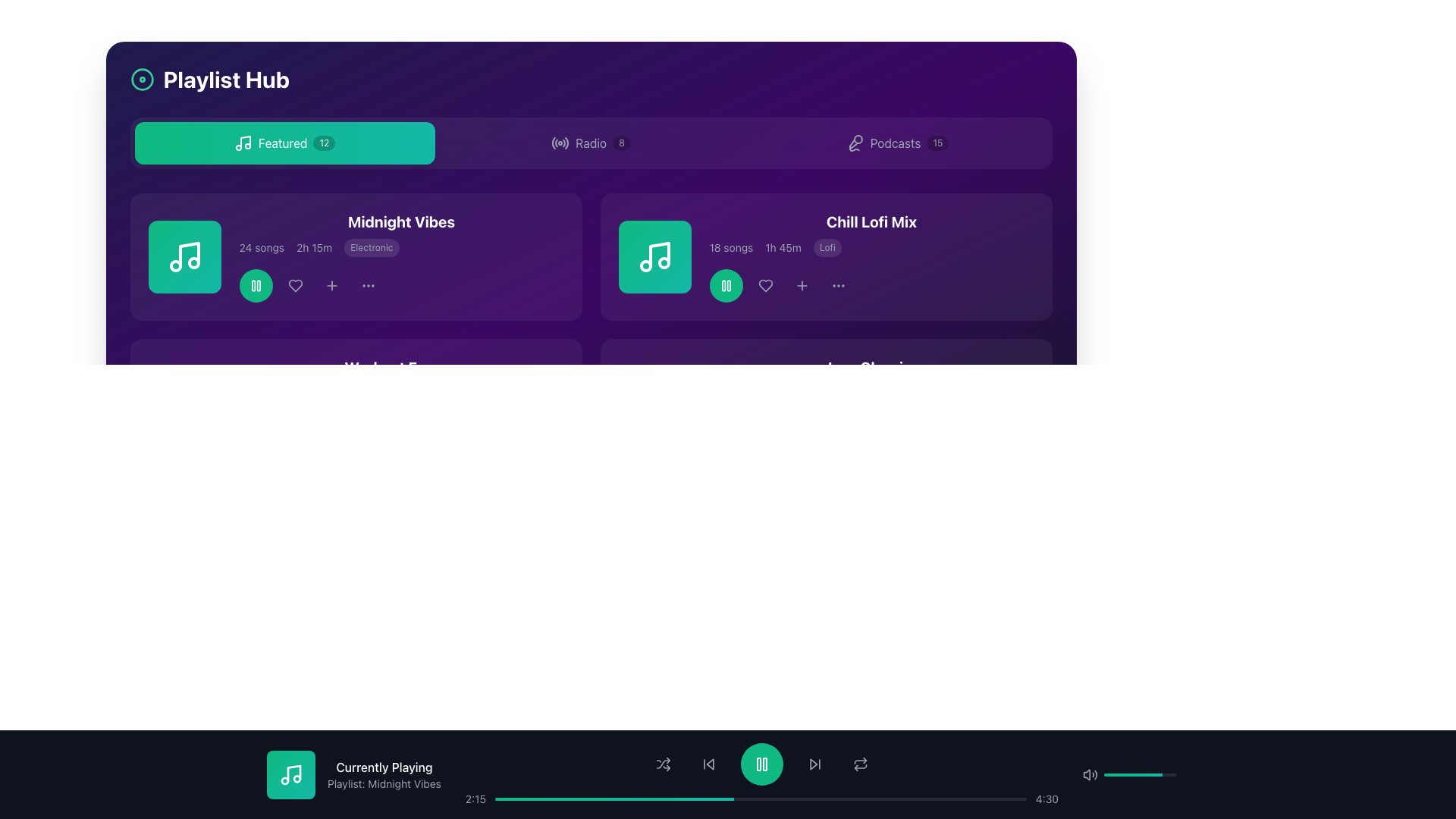 This screenshot has height=819, width=1456. Describe the element at coordinates (353, 775) in the screenshot. I see `the informational text group with graphical icon that displays the currently playing playlist's information, located in the lower part of the interface, first from the left in the bar component` at that location.